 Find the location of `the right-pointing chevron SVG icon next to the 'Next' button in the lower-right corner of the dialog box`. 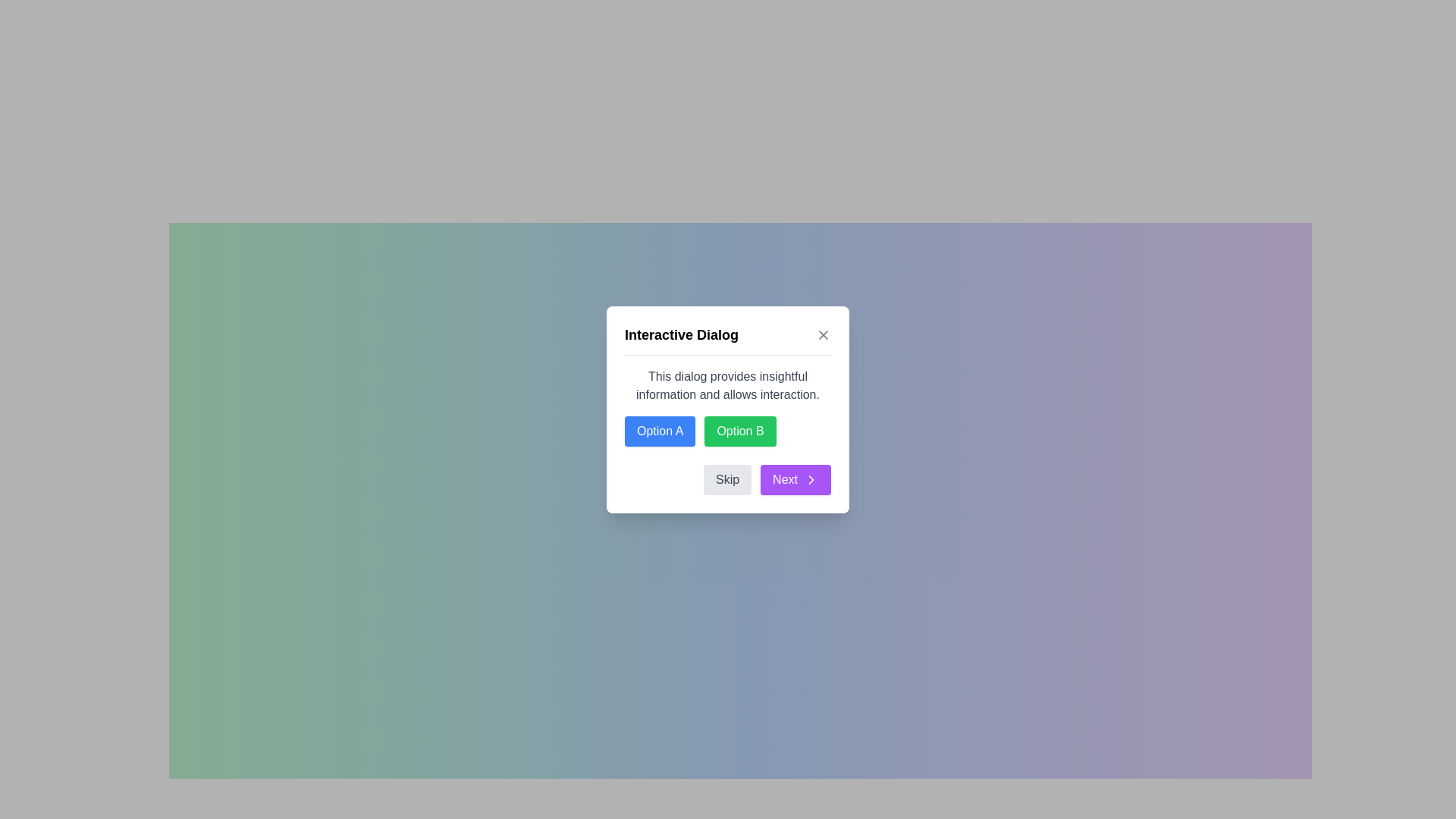

the right-pointing chevron SVG icon next to the 'Next' button in the lower-right corner of the dialog box is located at coordinates (811, 479).